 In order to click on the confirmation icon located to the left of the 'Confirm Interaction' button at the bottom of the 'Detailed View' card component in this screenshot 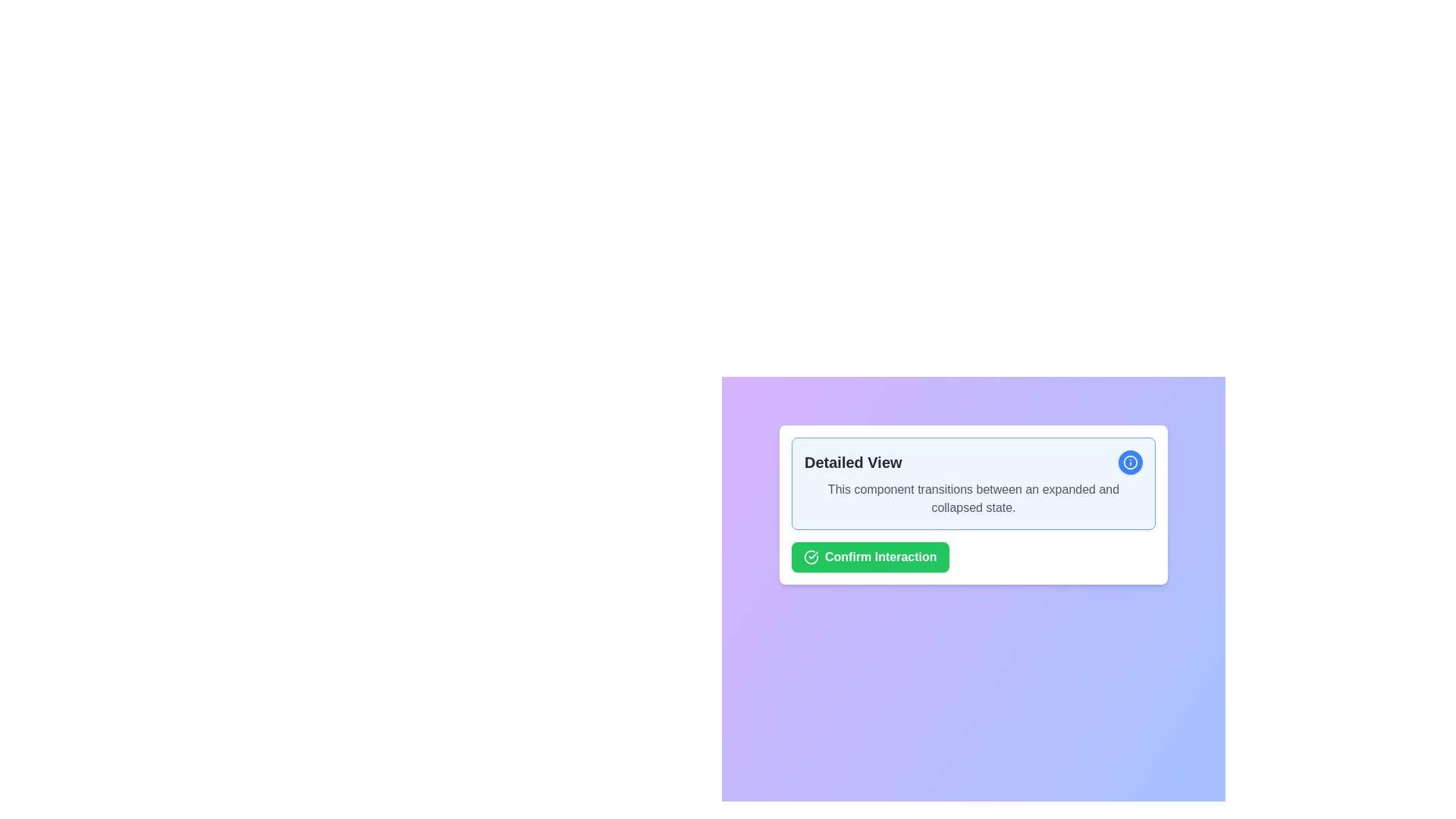, I will do `click(811, 557)`.